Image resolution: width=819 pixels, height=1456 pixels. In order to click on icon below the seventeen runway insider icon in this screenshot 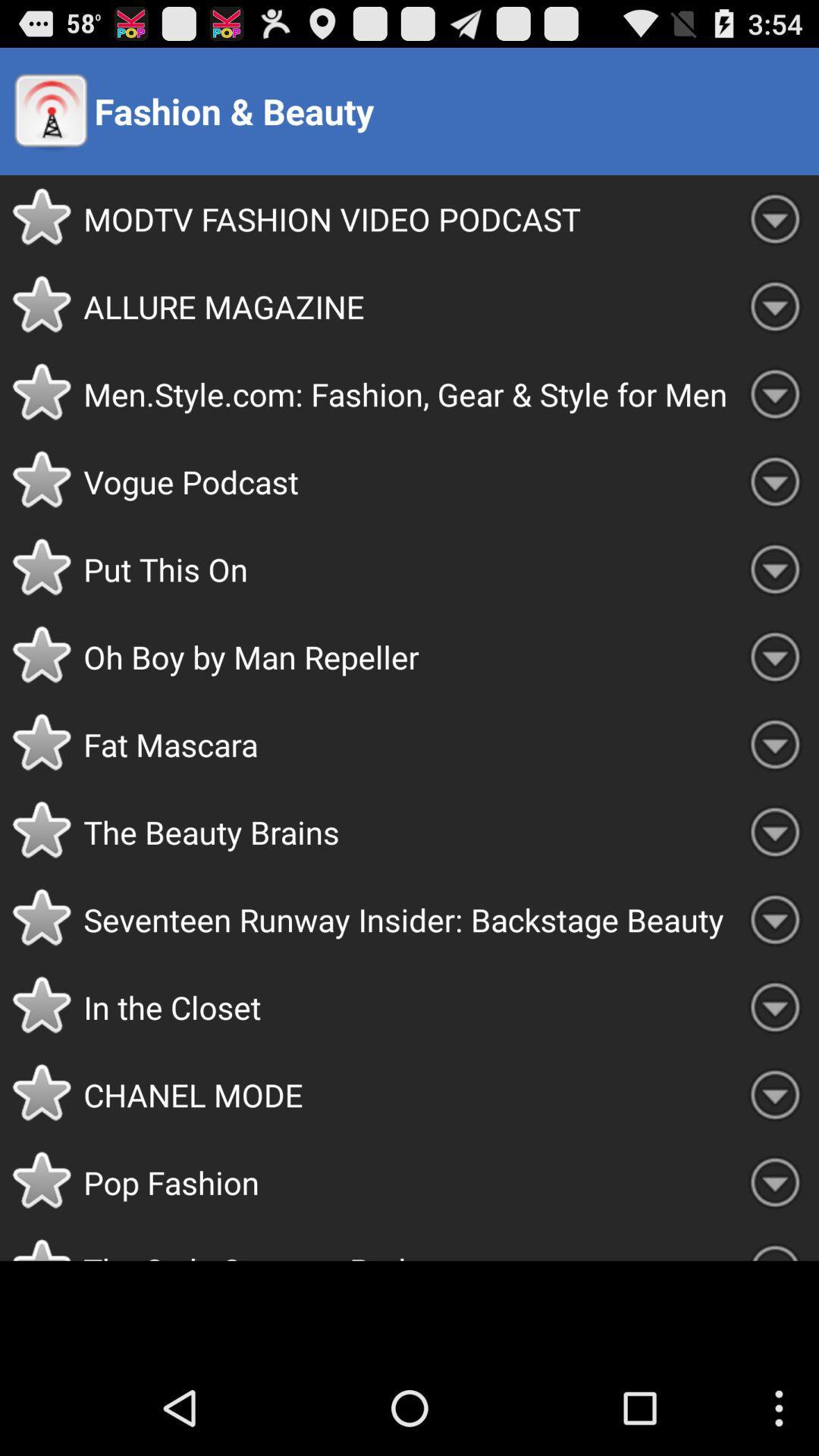, I will do `click(406, 1007)`.